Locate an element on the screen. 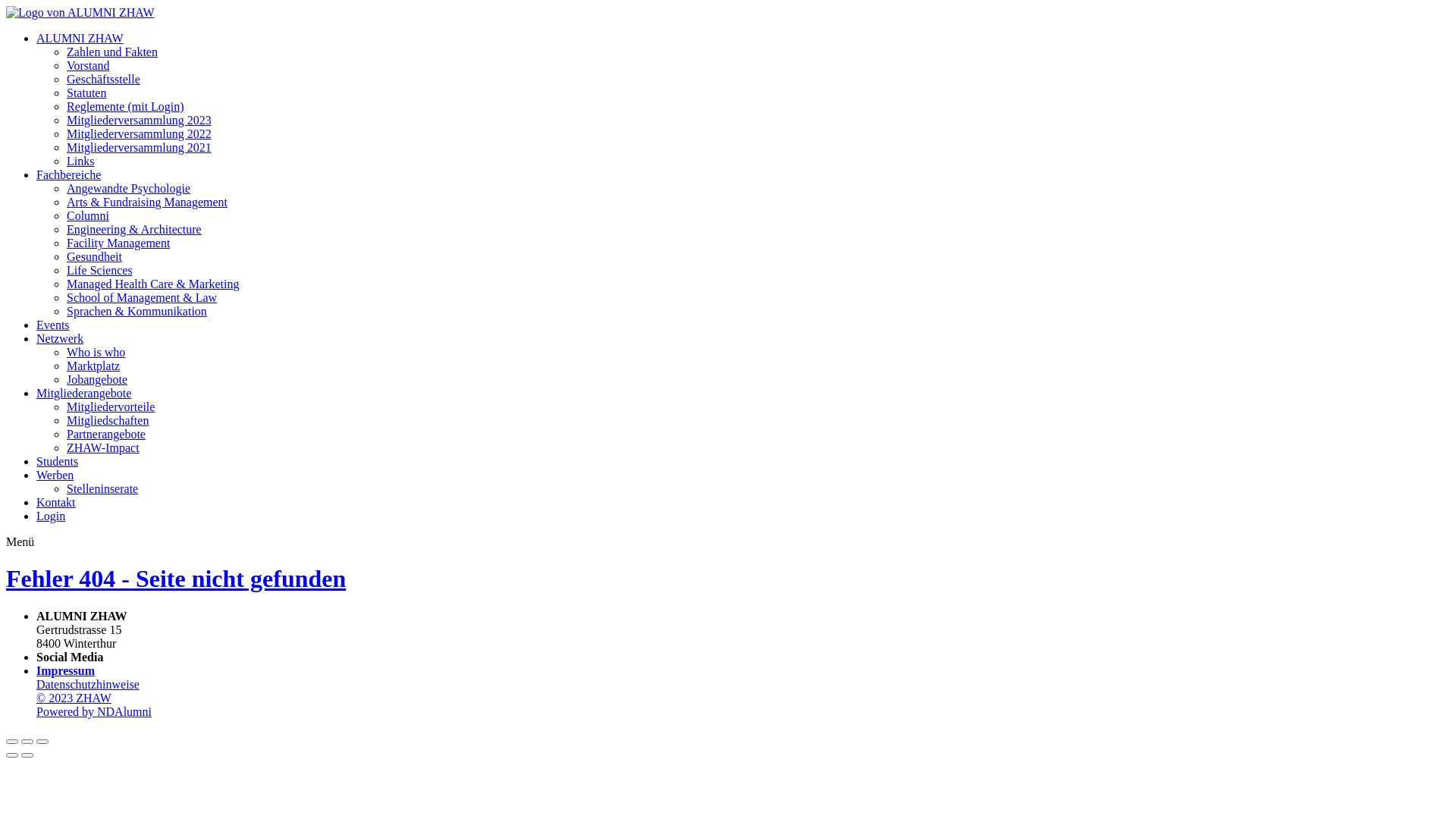  'Mitgliederversammlung 2021' is located at coordinates (65, 147).